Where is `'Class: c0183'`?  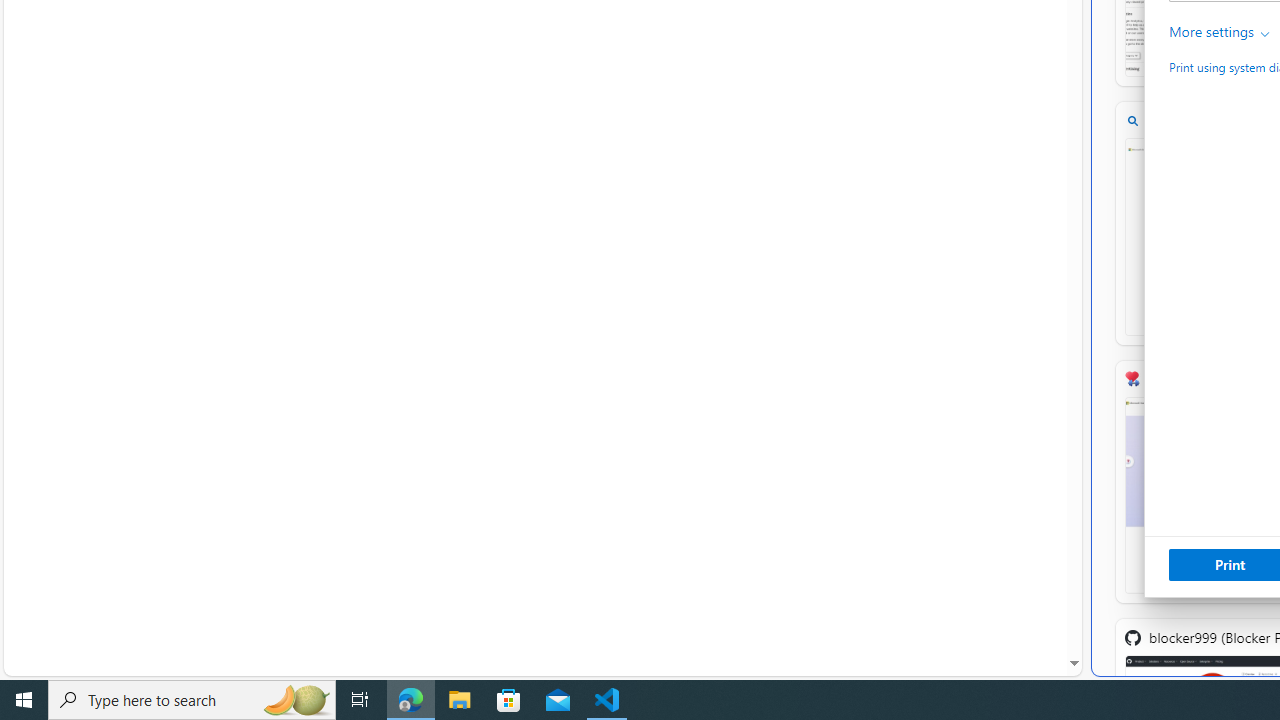
'Class: c0183' is located at coordinates (1264, 34).